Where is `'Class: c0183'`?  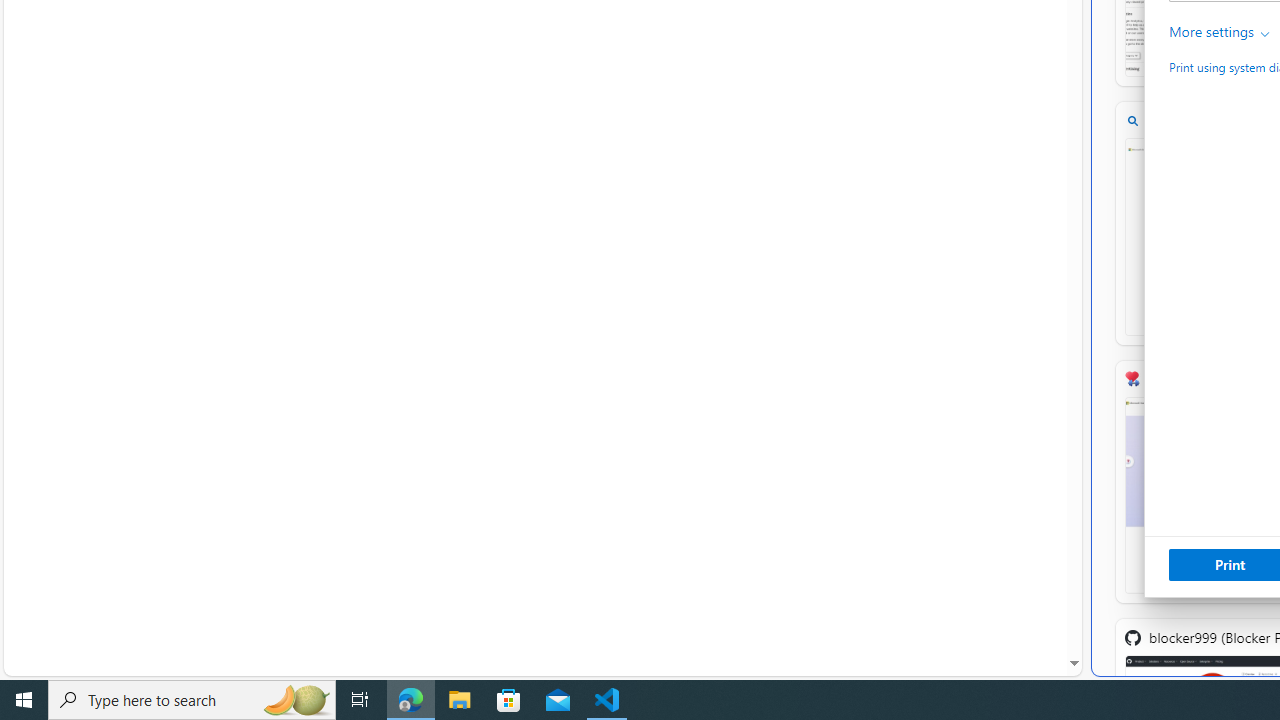
'Class: c0183' is located at coordinates (1264, 34).